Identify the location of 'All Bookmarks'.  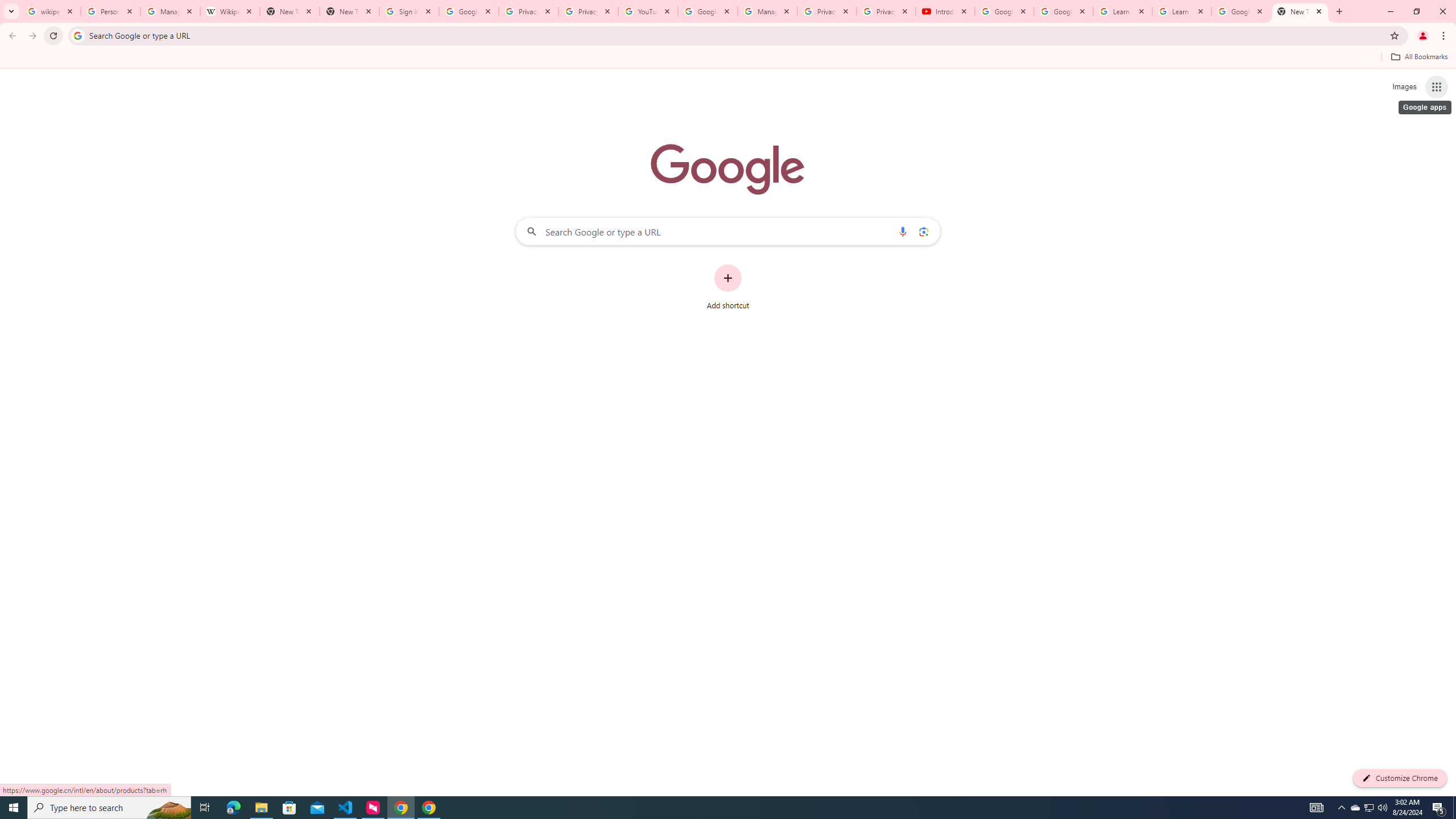
(1418, 56).